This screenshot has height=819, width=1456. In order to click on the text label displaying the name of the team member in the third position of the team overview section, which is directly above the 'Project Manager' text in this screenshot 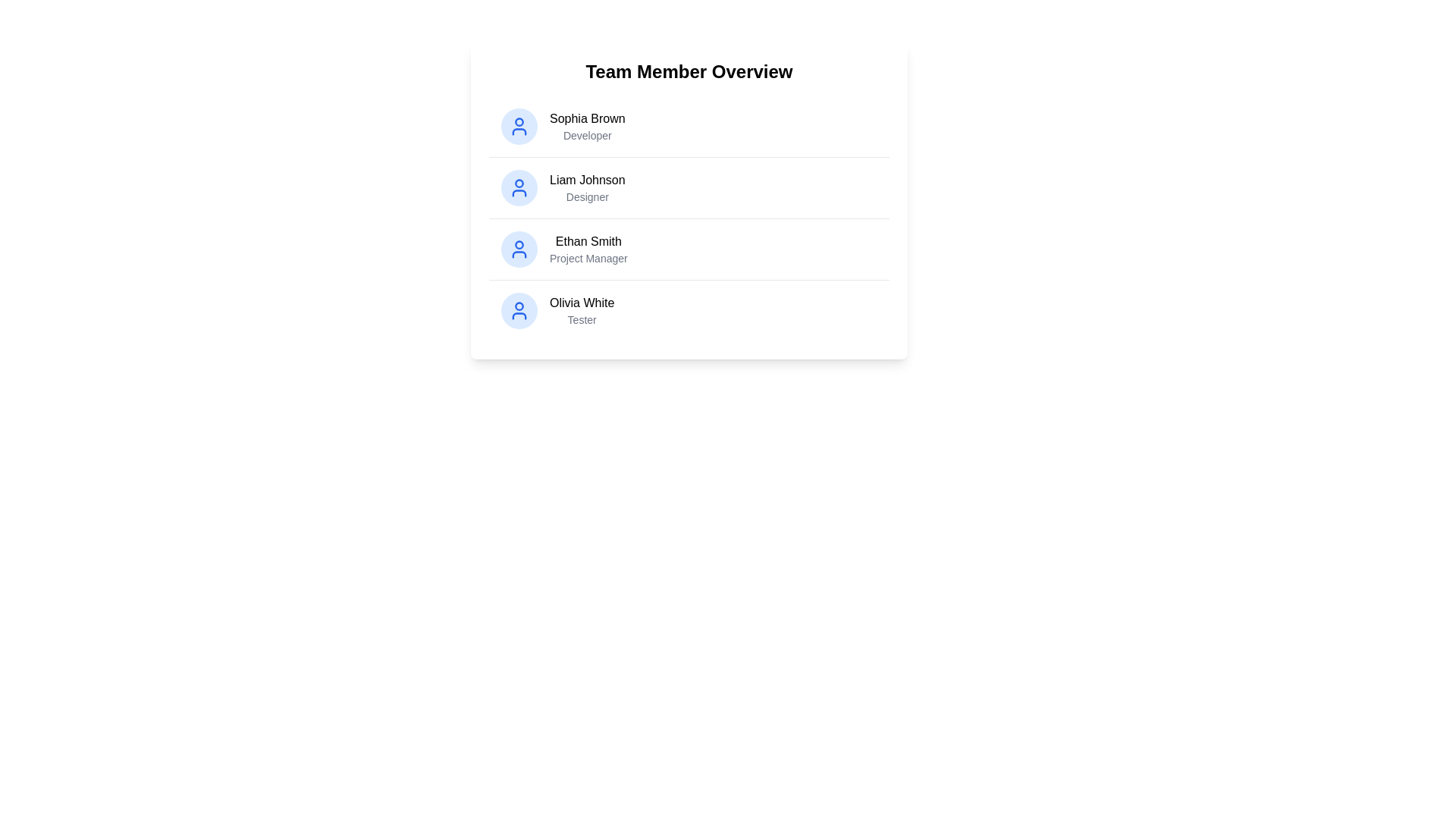, I will do `click(588, 241)`.